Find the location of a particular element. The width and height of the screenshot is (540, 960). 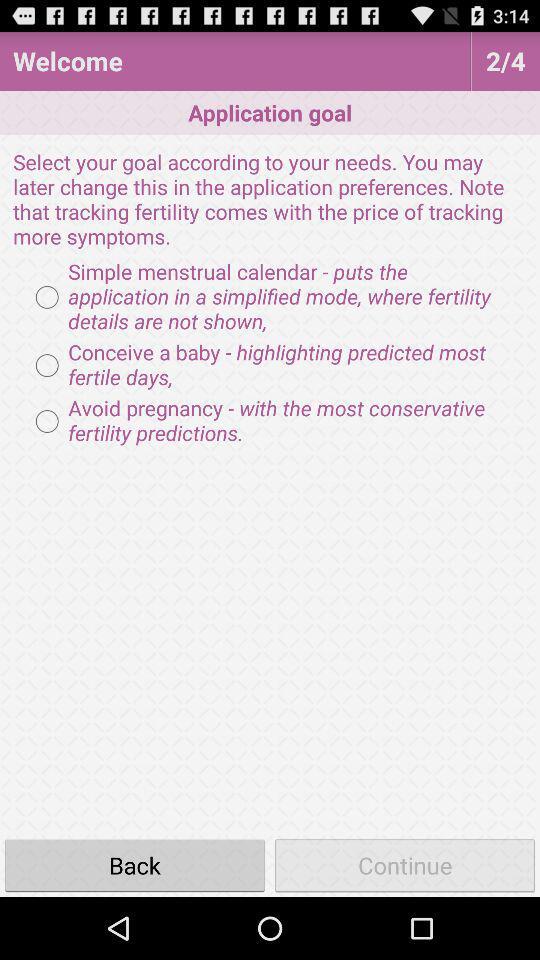

the icon above the avoid pregnancy with icon is located at coordinates (270, 364).